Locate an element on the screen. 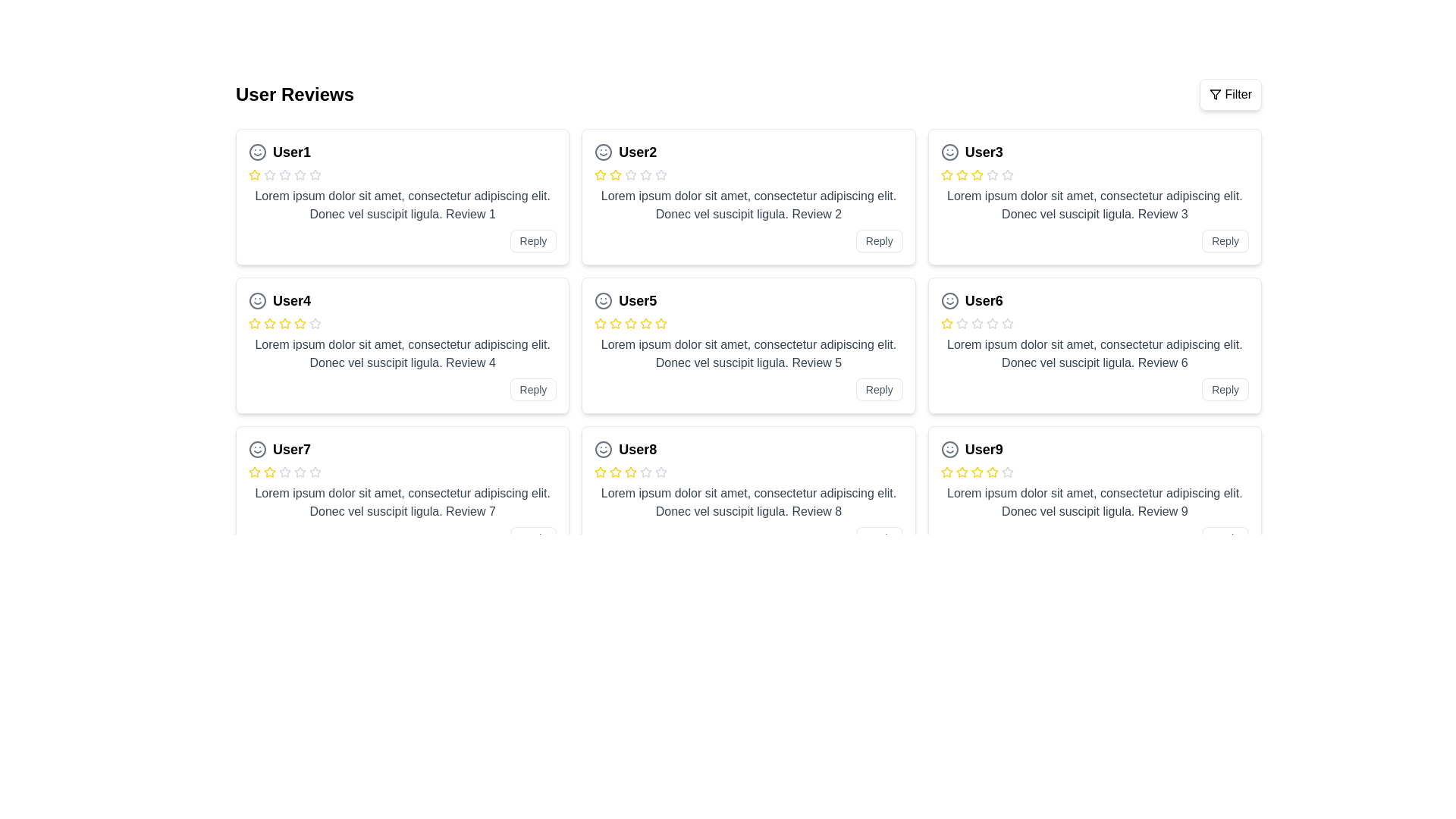 This screenshot has height=819, width=1456. the second star icon used for ratings in the review card associated with 'User1' is located at coordinates (284, 174).